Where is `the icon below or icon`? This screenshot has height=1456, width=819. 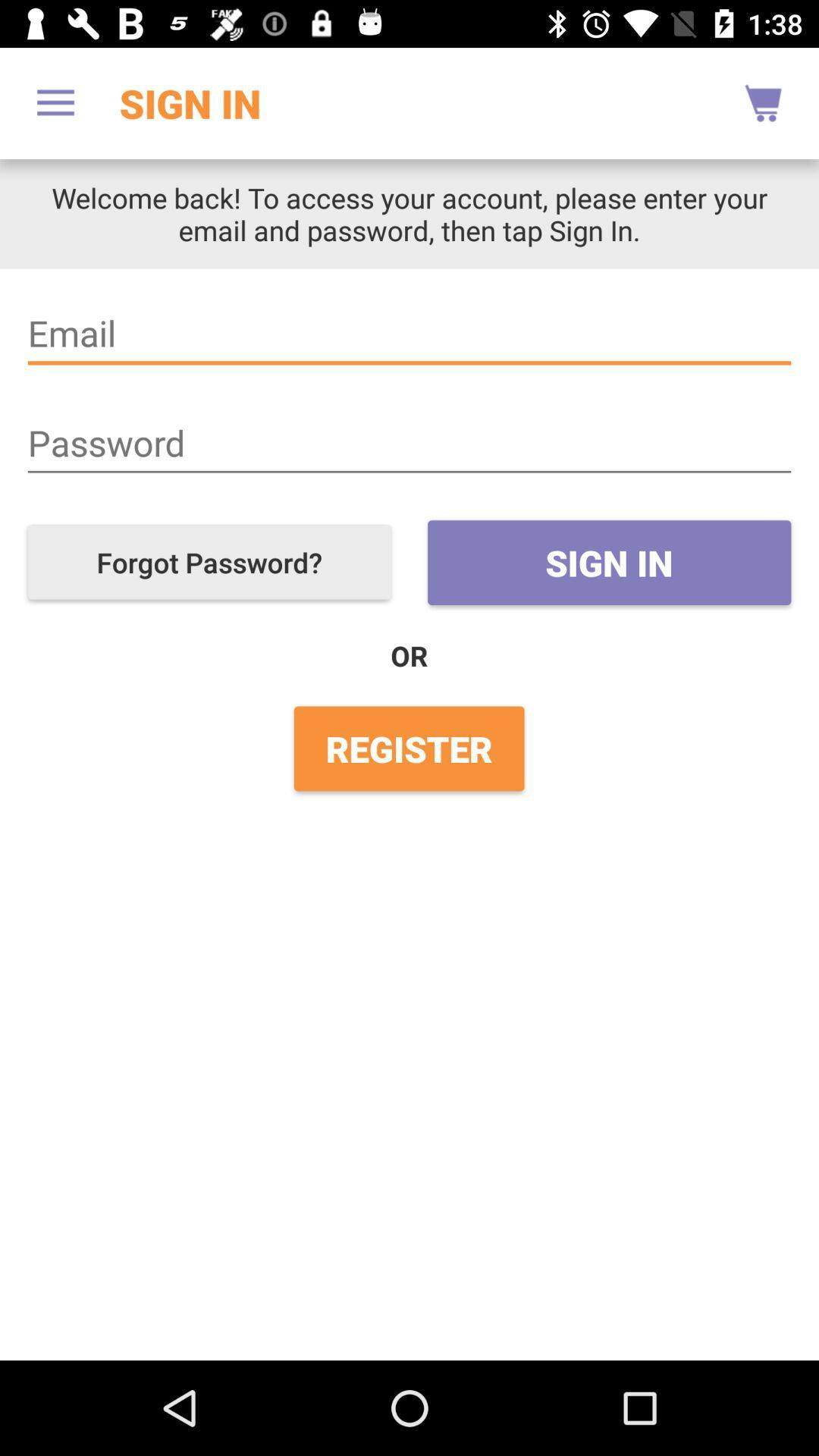 the icon below or icon is located at coordinates (408, 748).